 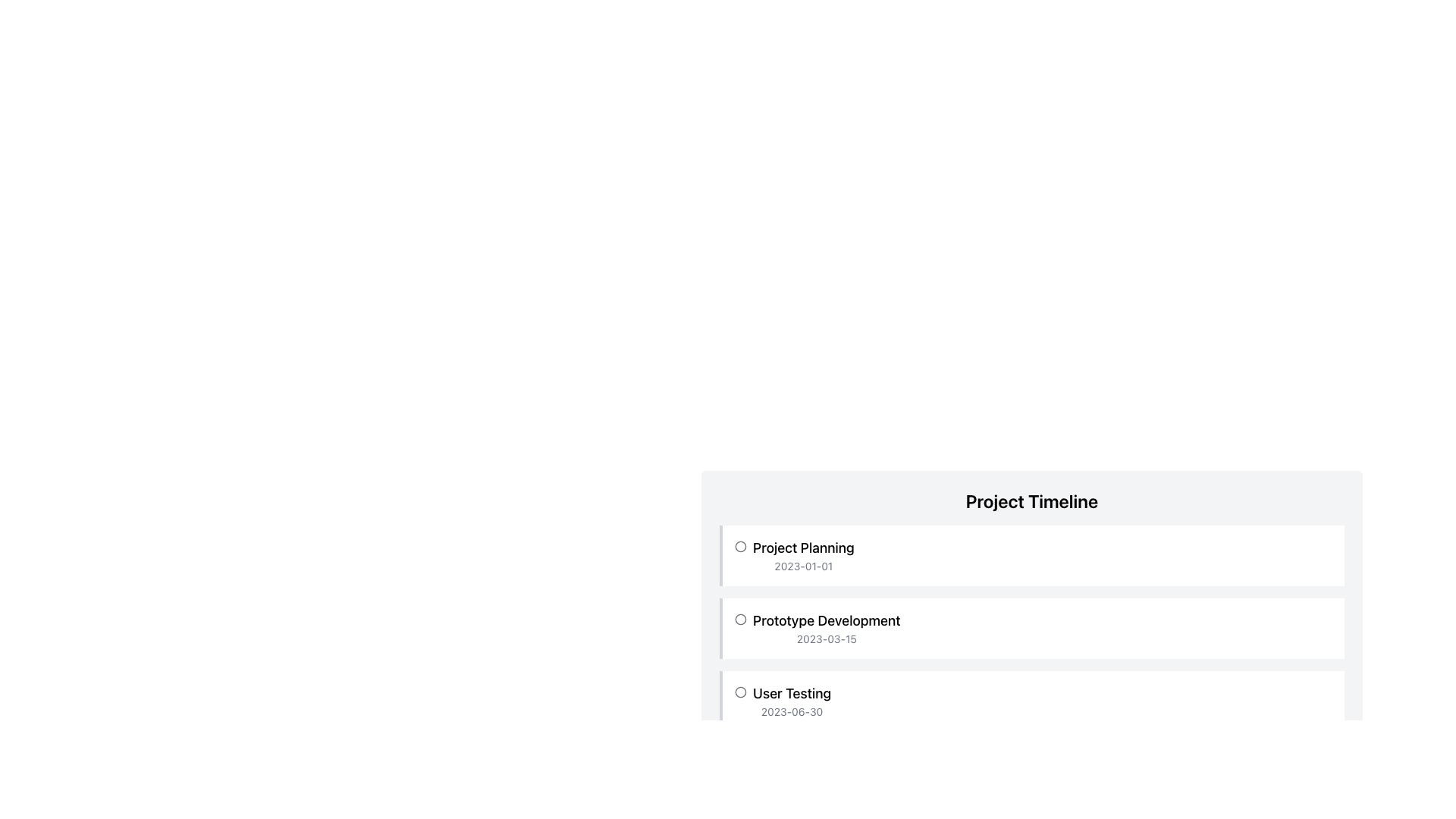 I want to click on the first circular icon located to the left of the text 'Project Planning', which is filled with a lighter gray tone and has a stroke color of gray, so click(x=741, y=547).